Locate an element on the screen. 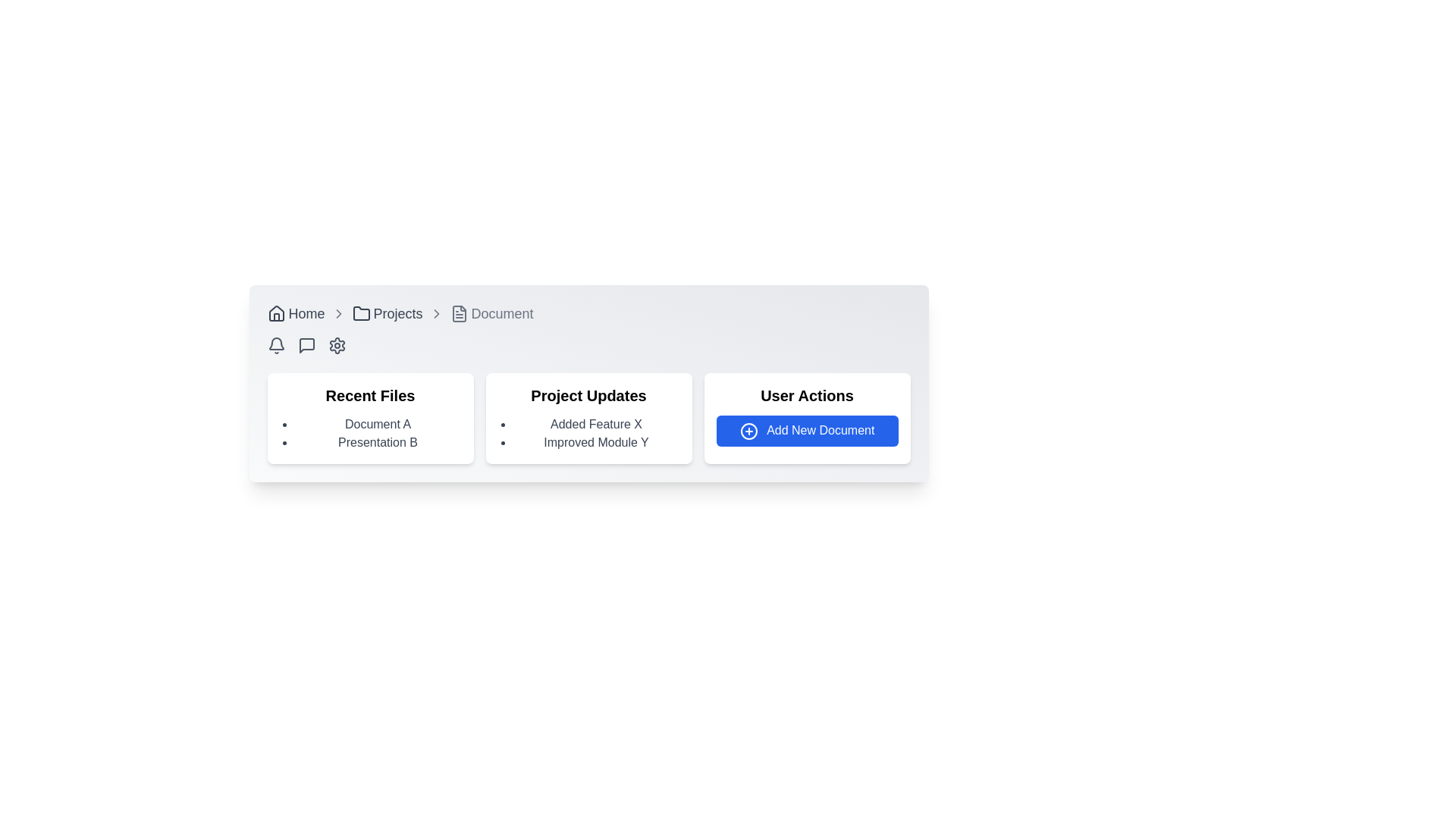  the 'Add New Document' button with white text on a blue background to initiate adding a new document is located at coordinates (806, 431).